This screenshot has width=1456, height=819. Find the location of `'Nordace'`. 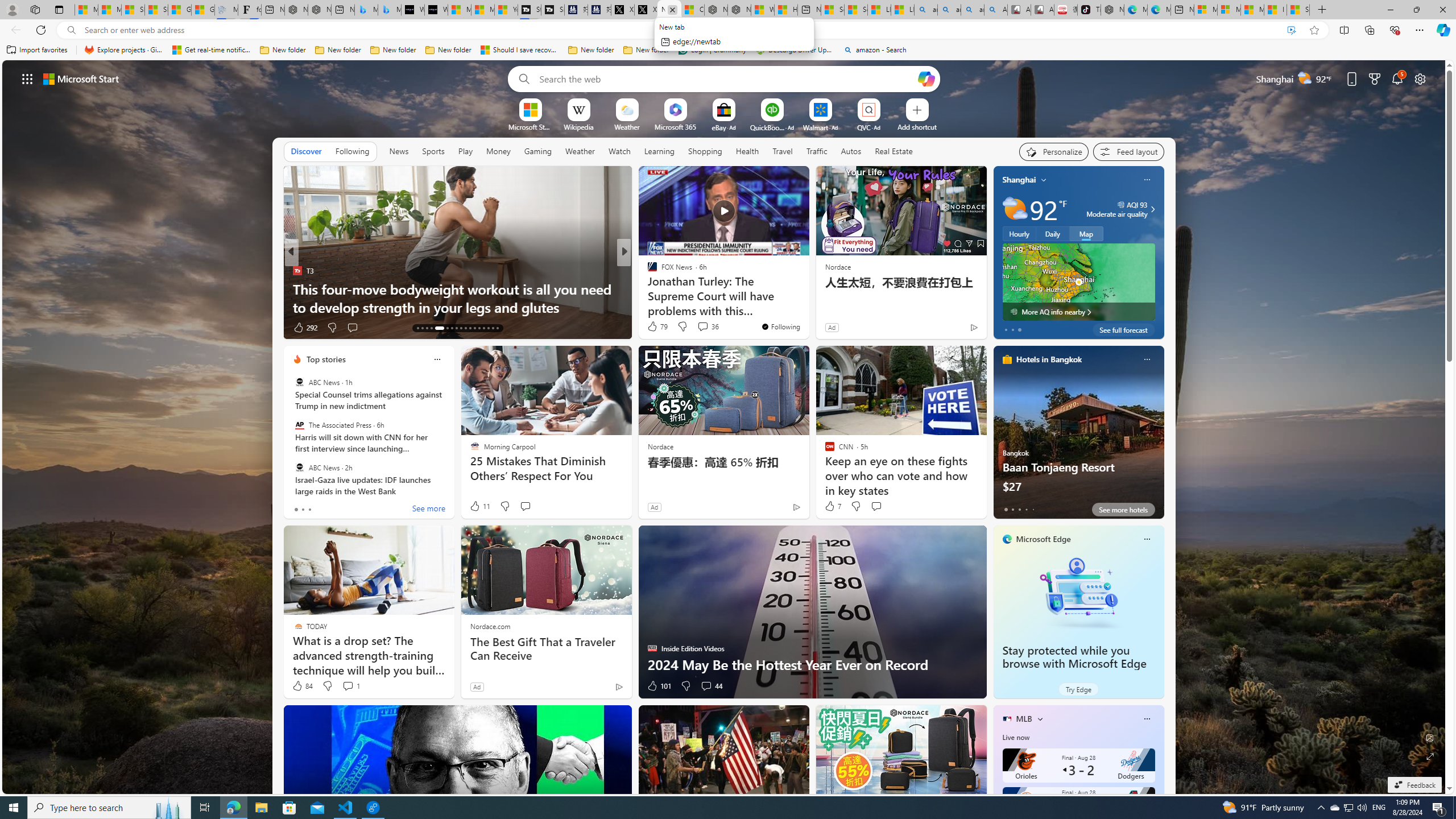

'Nordace' is located at coordinates (659, 446).